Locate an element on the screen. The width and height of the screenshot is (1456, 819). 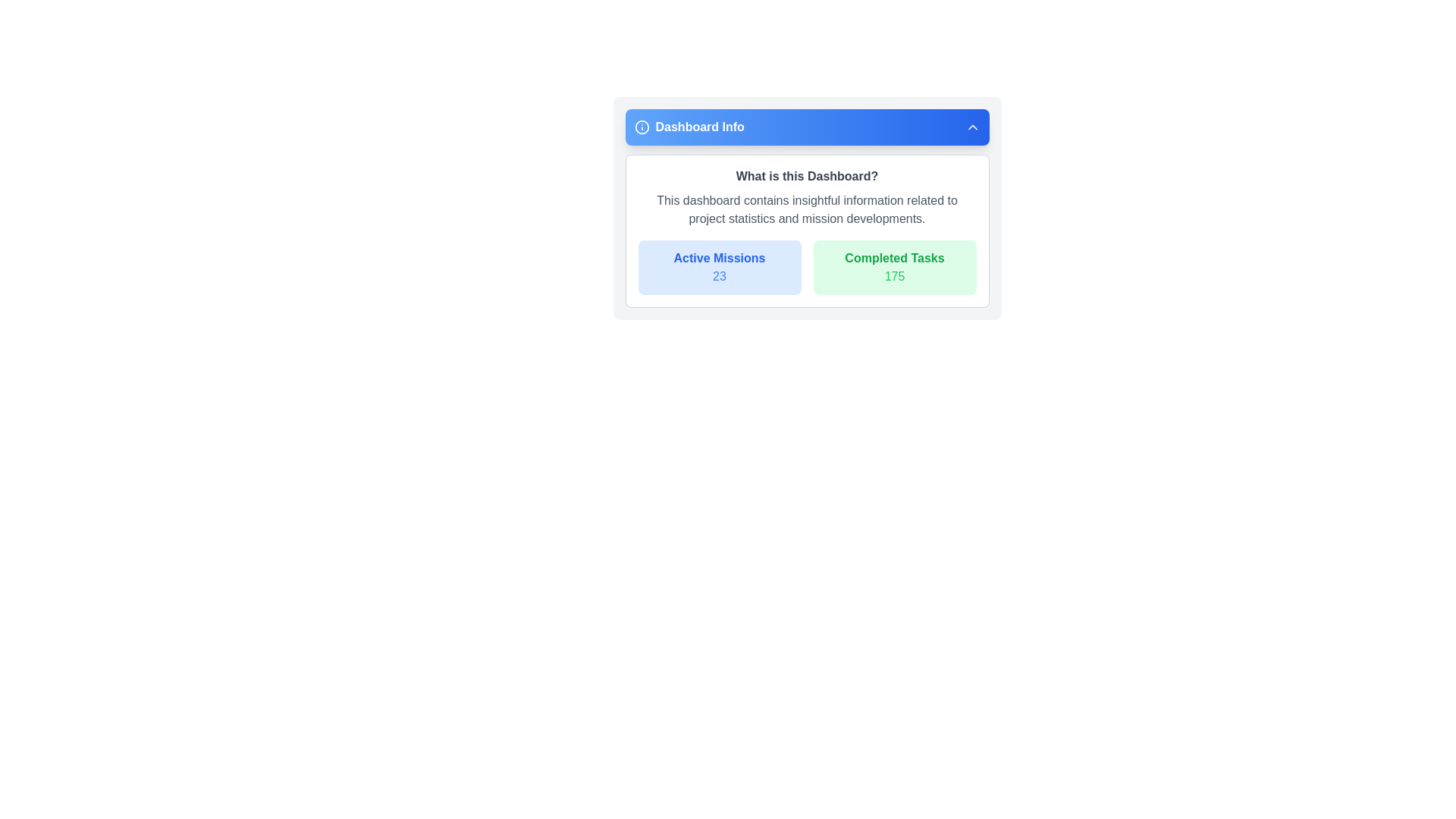
the Informative card with metric blocks that displays 'Active Missions' and 'Completed Tasks' statistics, located within the card labeled 'What is this Dashboard?' is located at coordinates (806, 267).